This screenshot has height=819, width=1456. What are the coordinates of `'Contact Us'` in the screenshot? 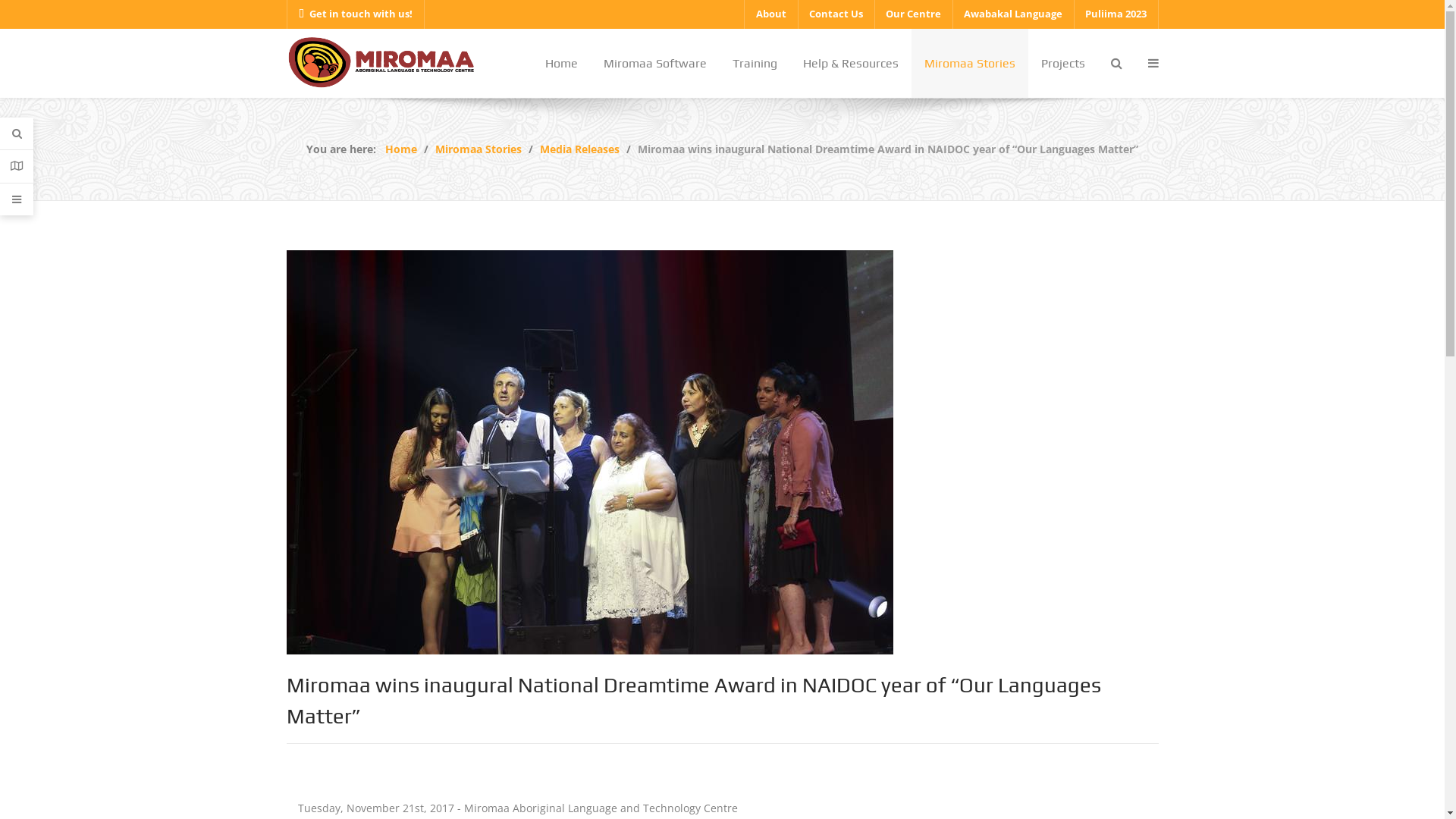 It's located at (835, 14).